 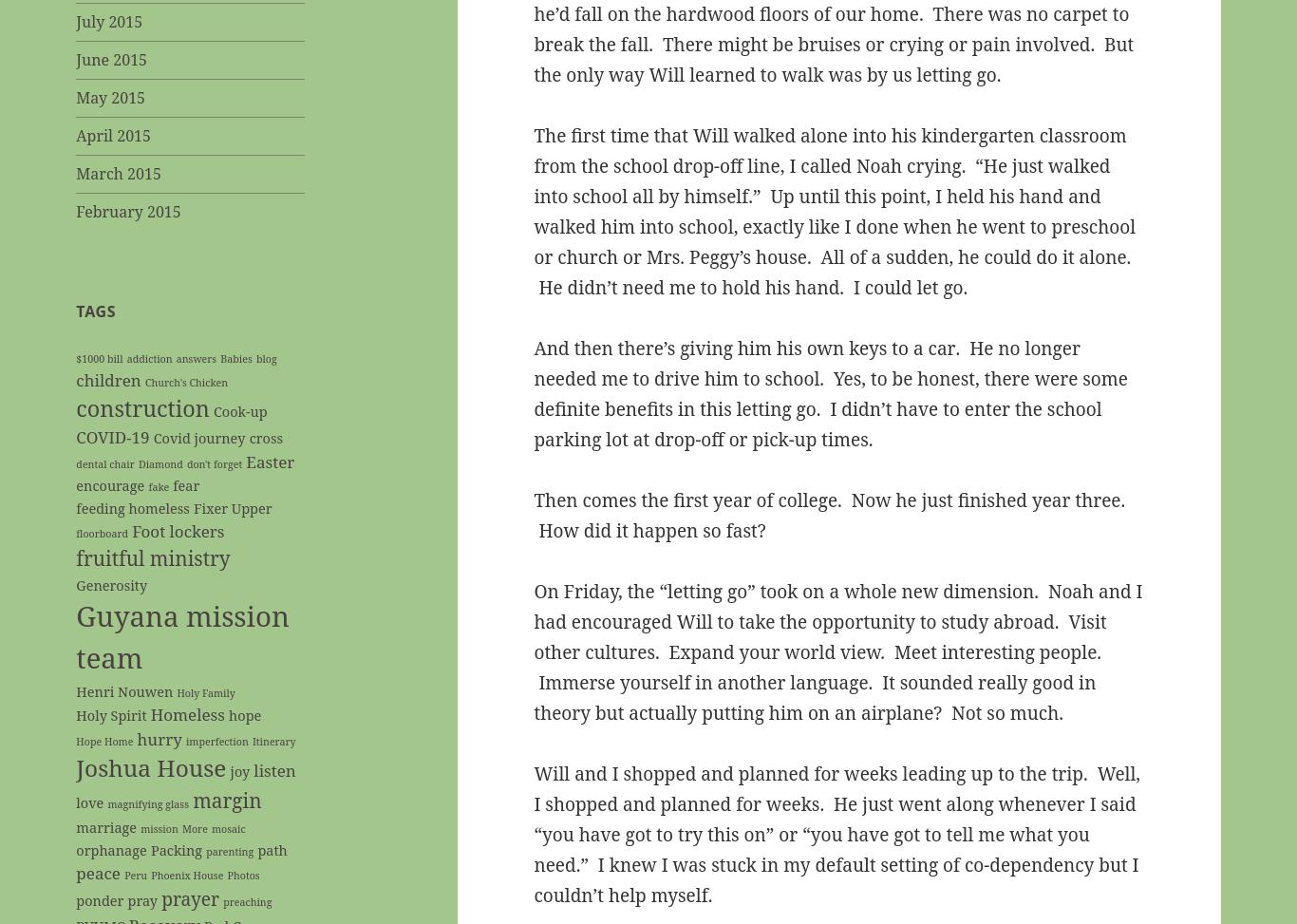 What do you see at coordinates (110, 850) in the screenshot?
I see `'orphanage'` at bounding box center [110, 850].